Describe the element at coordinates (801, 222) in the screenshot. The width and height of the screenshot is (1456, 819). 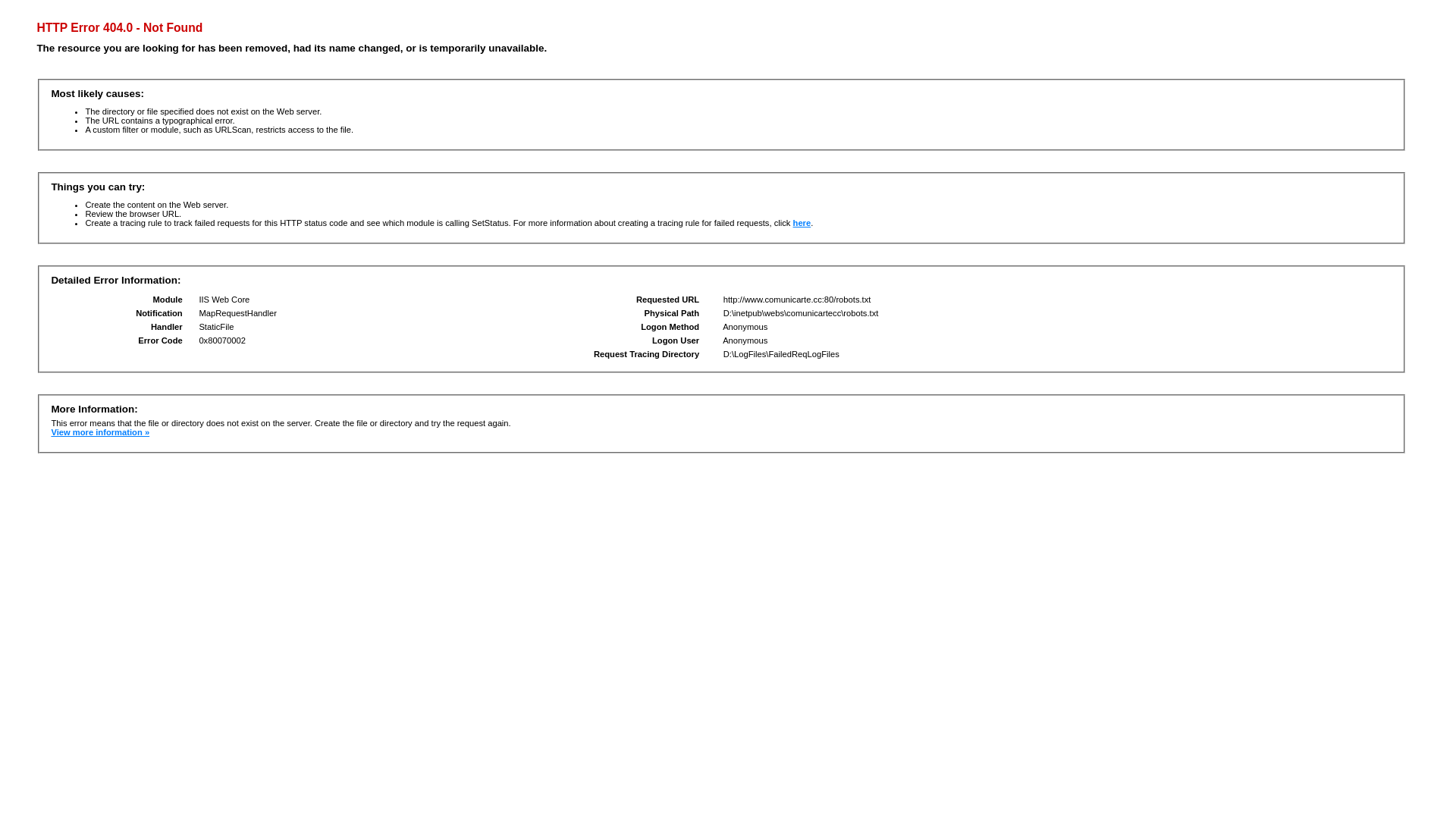
I see `'here'` at that location.